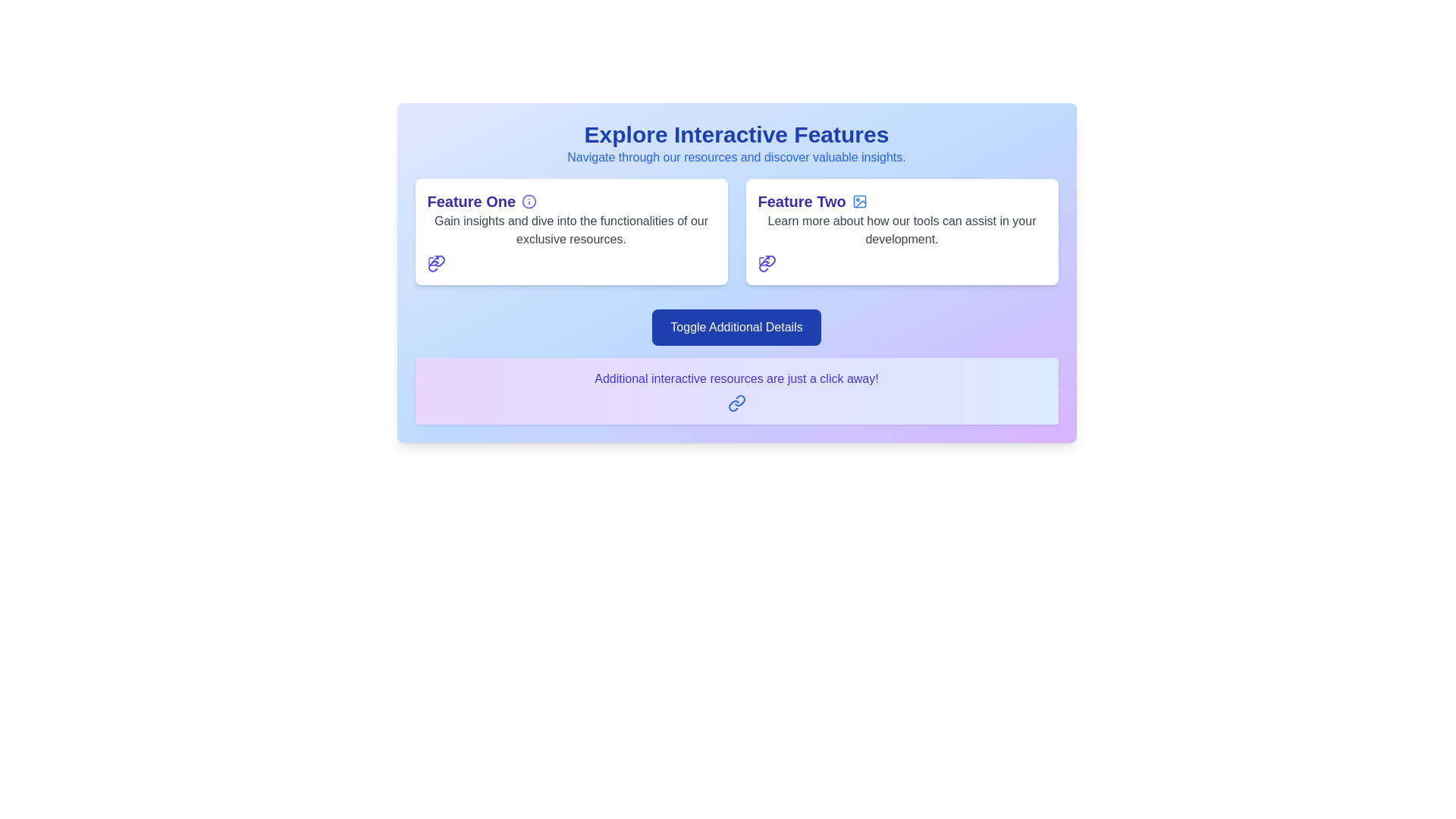 This screenshot has height=819, width=1456. Describe the element at coordinates (435, 262) in the screenshot. I see `the link icon, which is represented by a graphic of two interlocking chain links, located at the bottom-left side of the 'Feature One' card` at that location.